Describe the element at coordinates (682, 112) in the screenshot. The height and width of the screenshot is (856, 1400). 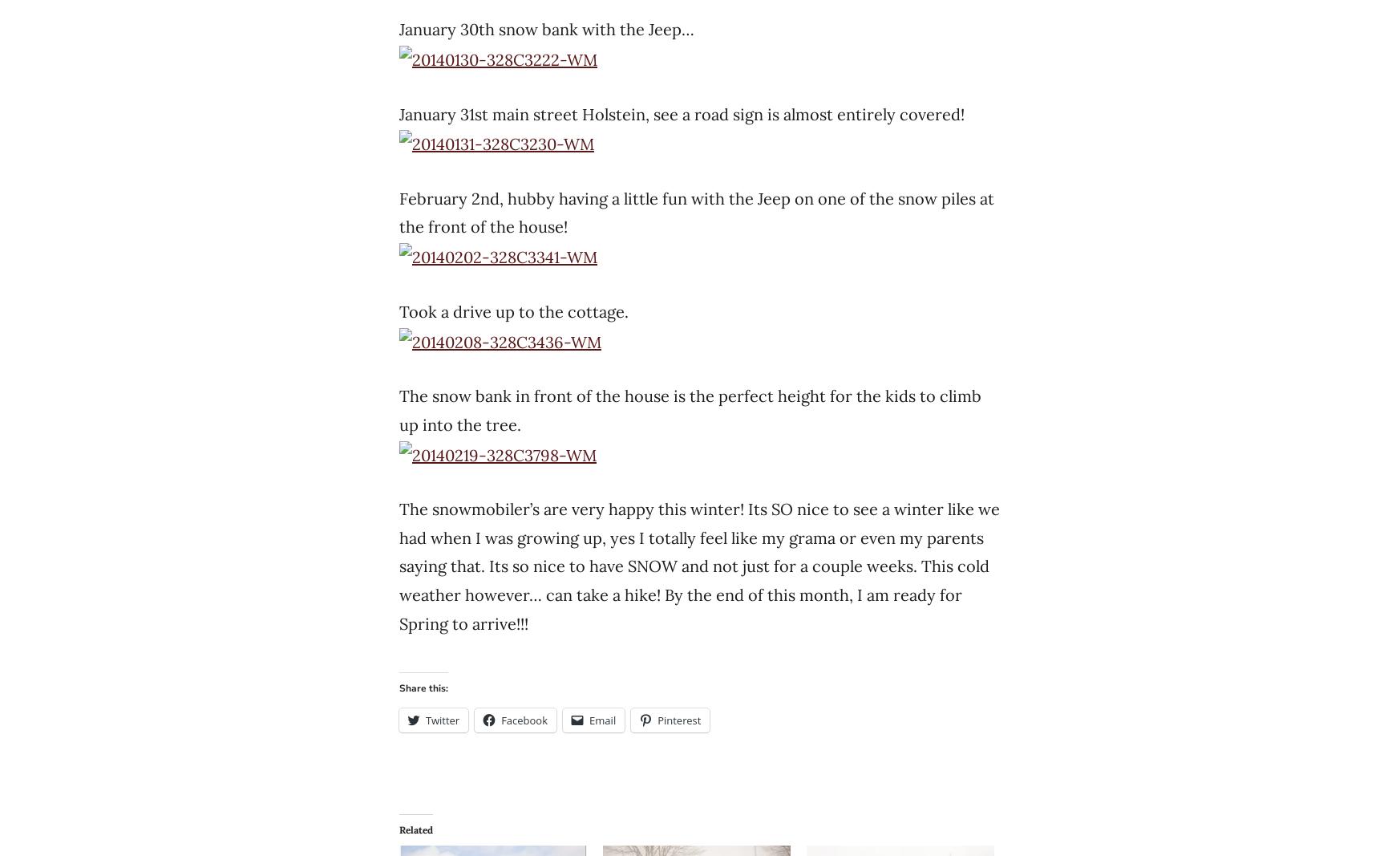
I see `'January 31st main street Holstein, see a road sign is almost entirely covered!'` at that location.